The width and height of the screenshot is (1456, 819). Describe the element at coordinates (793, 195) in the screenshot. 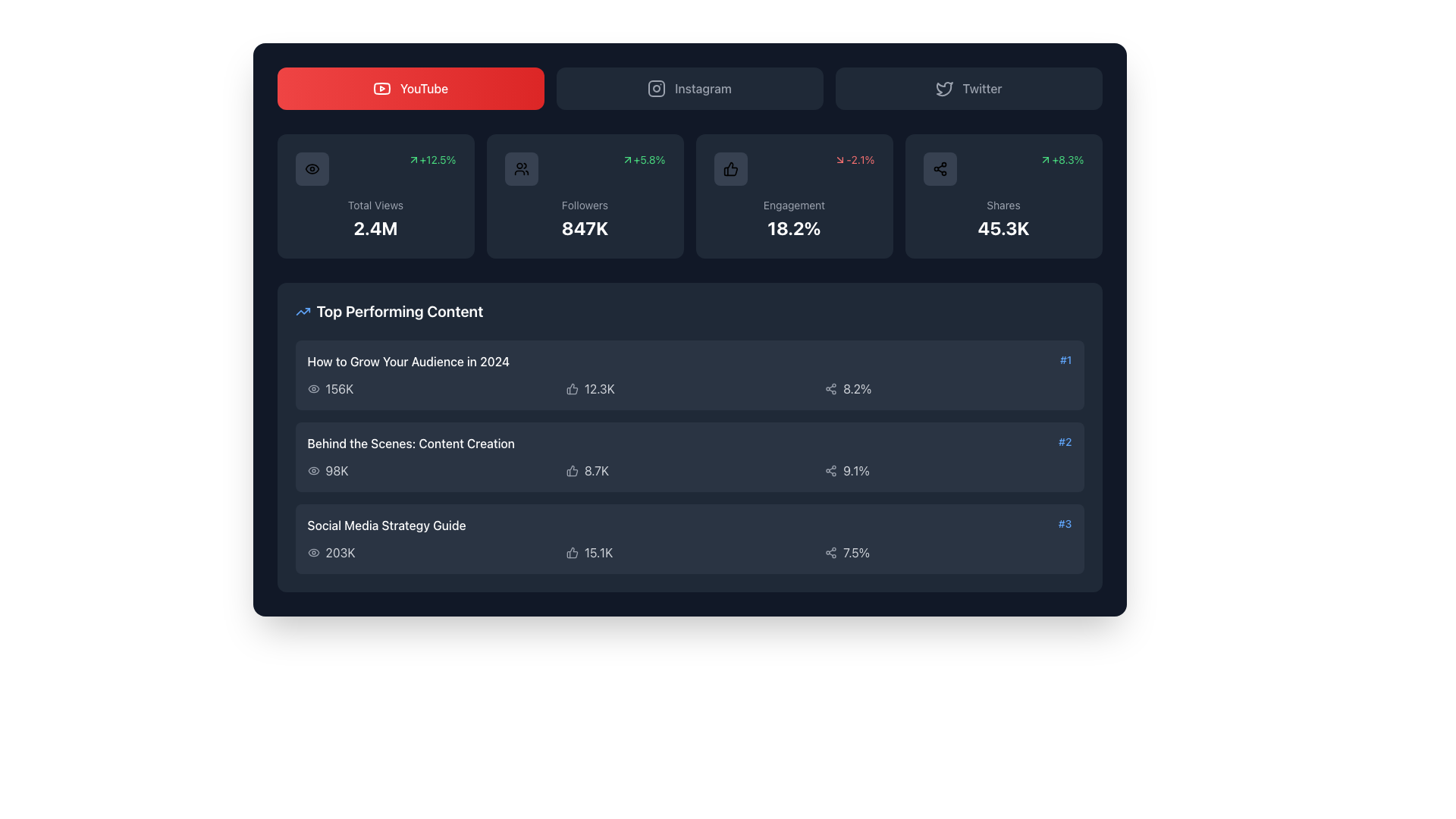

I see `the Information card displaying engagement statistics, which features a dark gray background, a thumb-up icon, and the text '-2.1%' in red, along with 'Engagement' and '18.2%'` at that location.